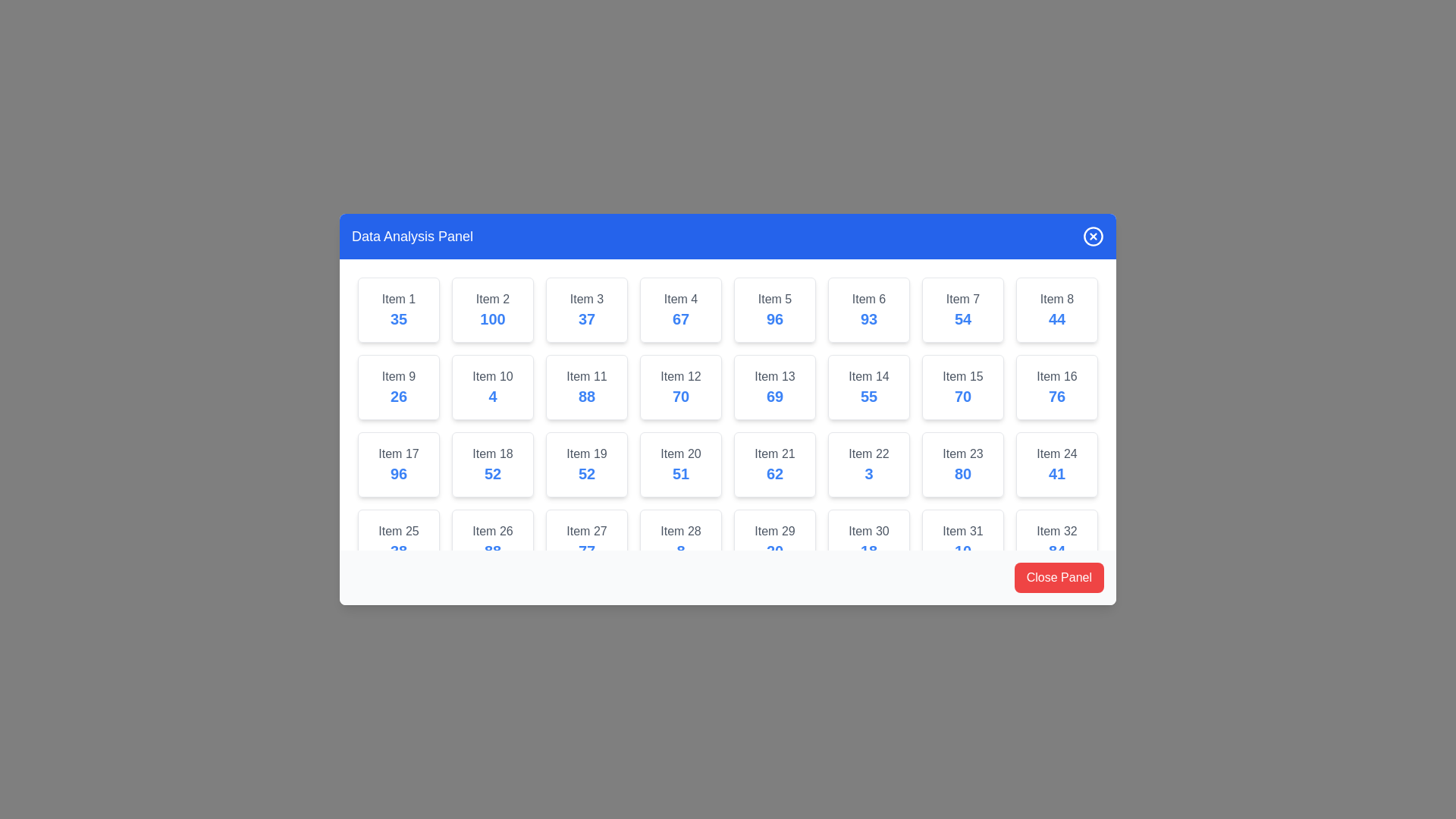 Image resolution: width=1456 pixels, height=819 pixels. I want to click on the 'Close Panel' button to close the dialog, so click(1058, 578).